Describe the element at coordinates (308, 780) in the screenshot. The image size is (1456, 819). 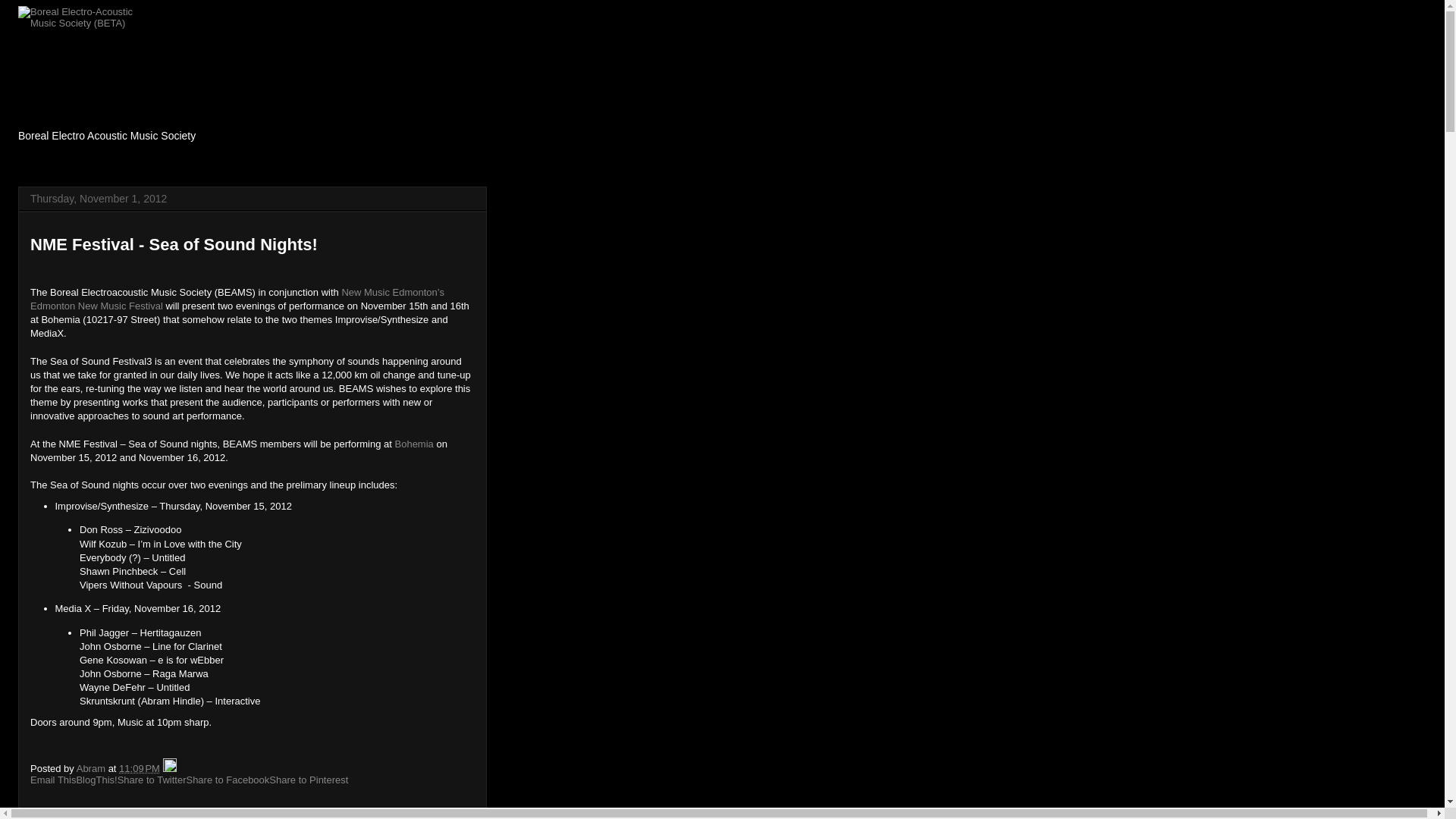
I see `'Share to Pinterest'` at that location.